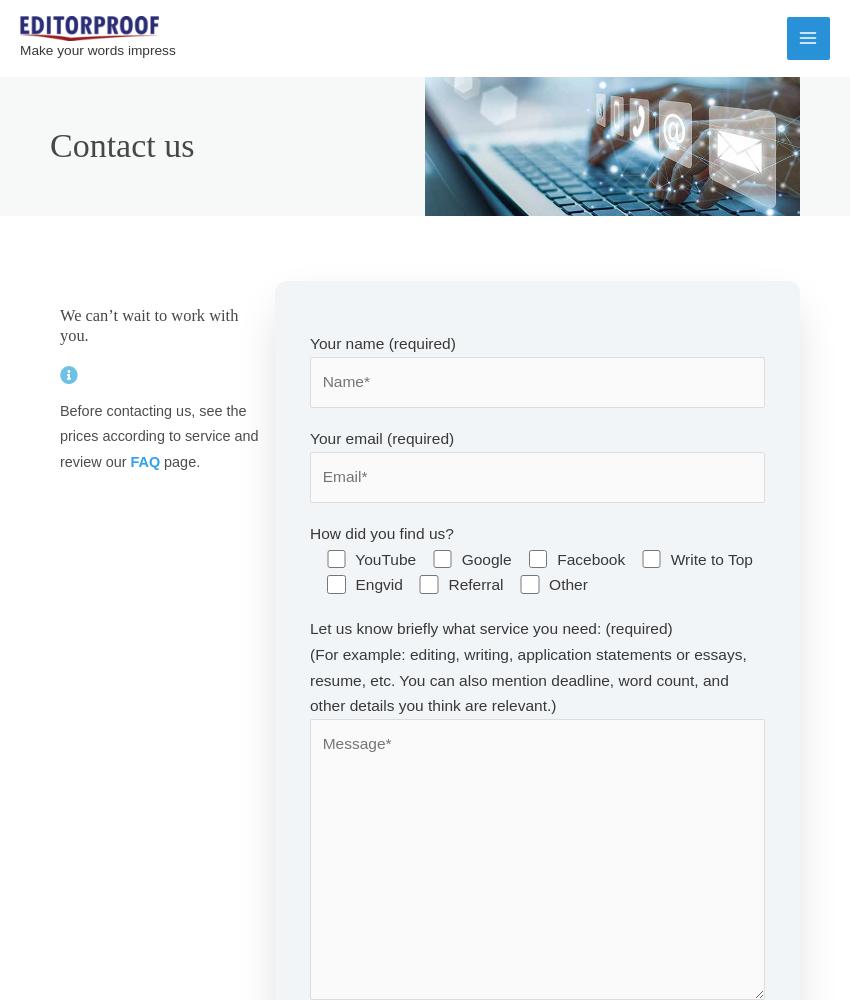 The height and width of the screenshot is (1000, 850). Describe the element at coordinates (120, 145) in the screenshot. I see `'Contact us​'` at that location.